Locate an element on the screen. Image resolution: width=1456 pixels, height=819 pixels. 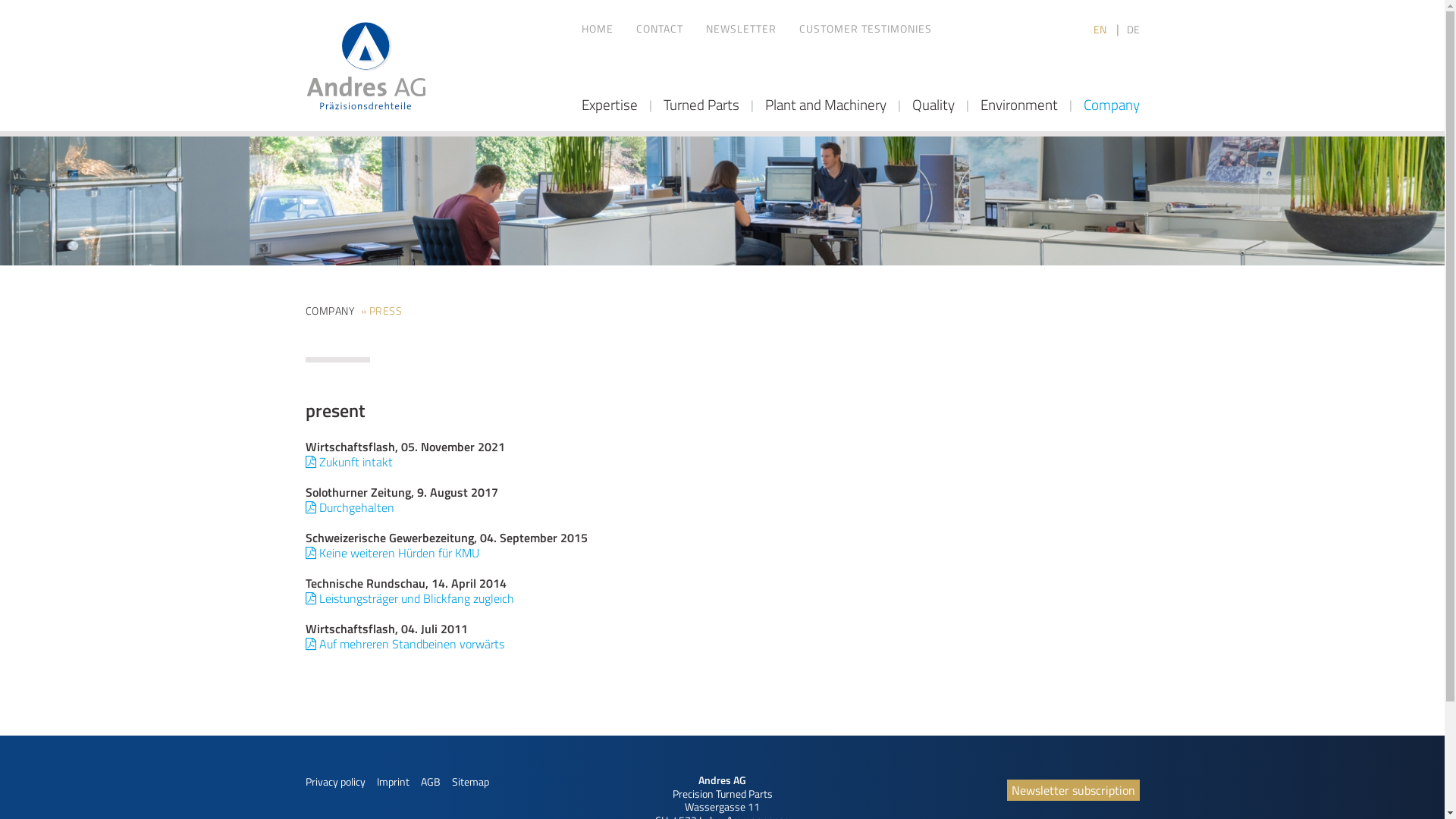
'CUSTOMER TESTIMONIES' is located at coordinates (799, 29).